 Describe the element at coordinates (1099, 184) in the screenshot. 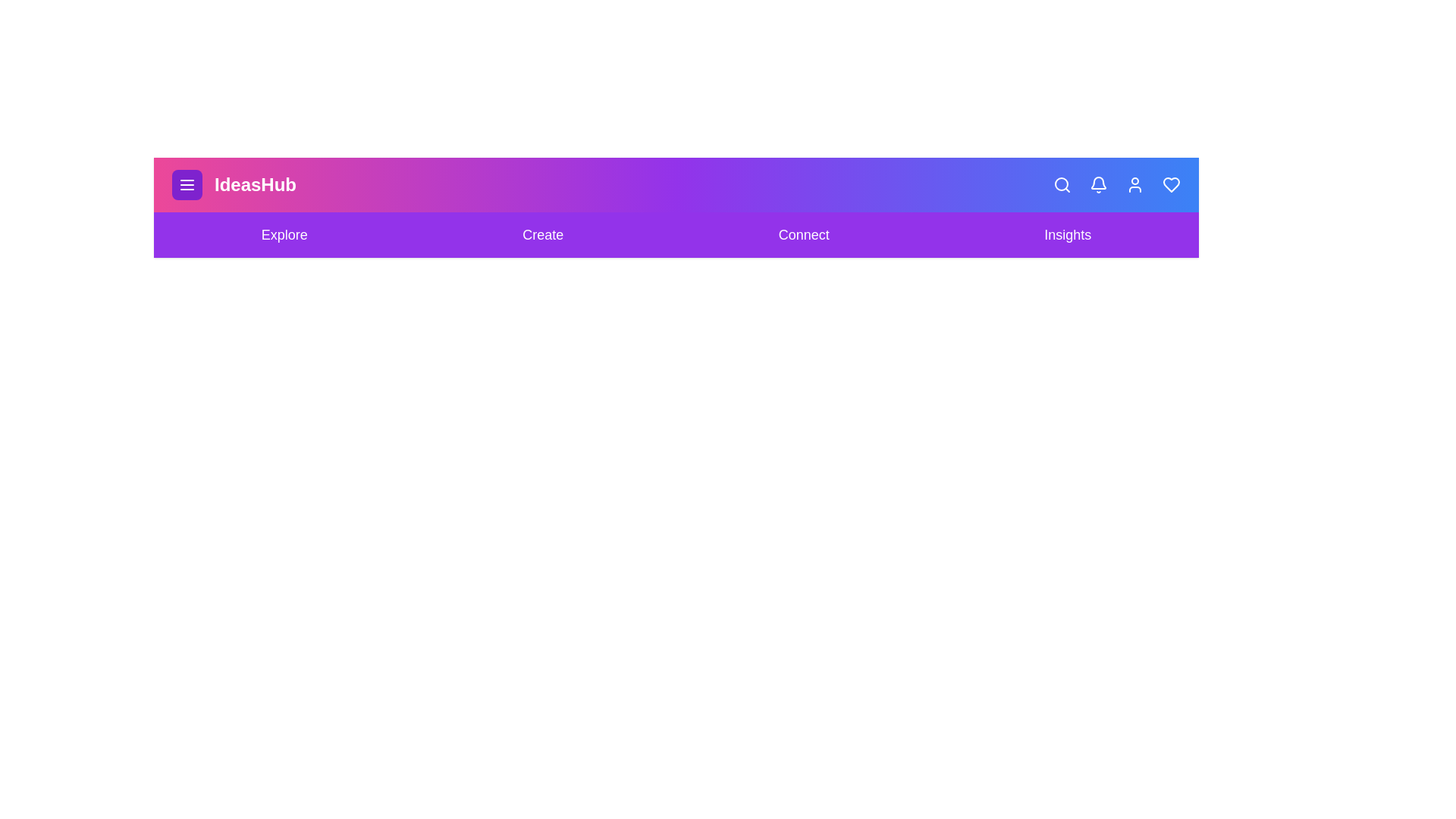

I see `the Bell icon in the app bar` at that location.